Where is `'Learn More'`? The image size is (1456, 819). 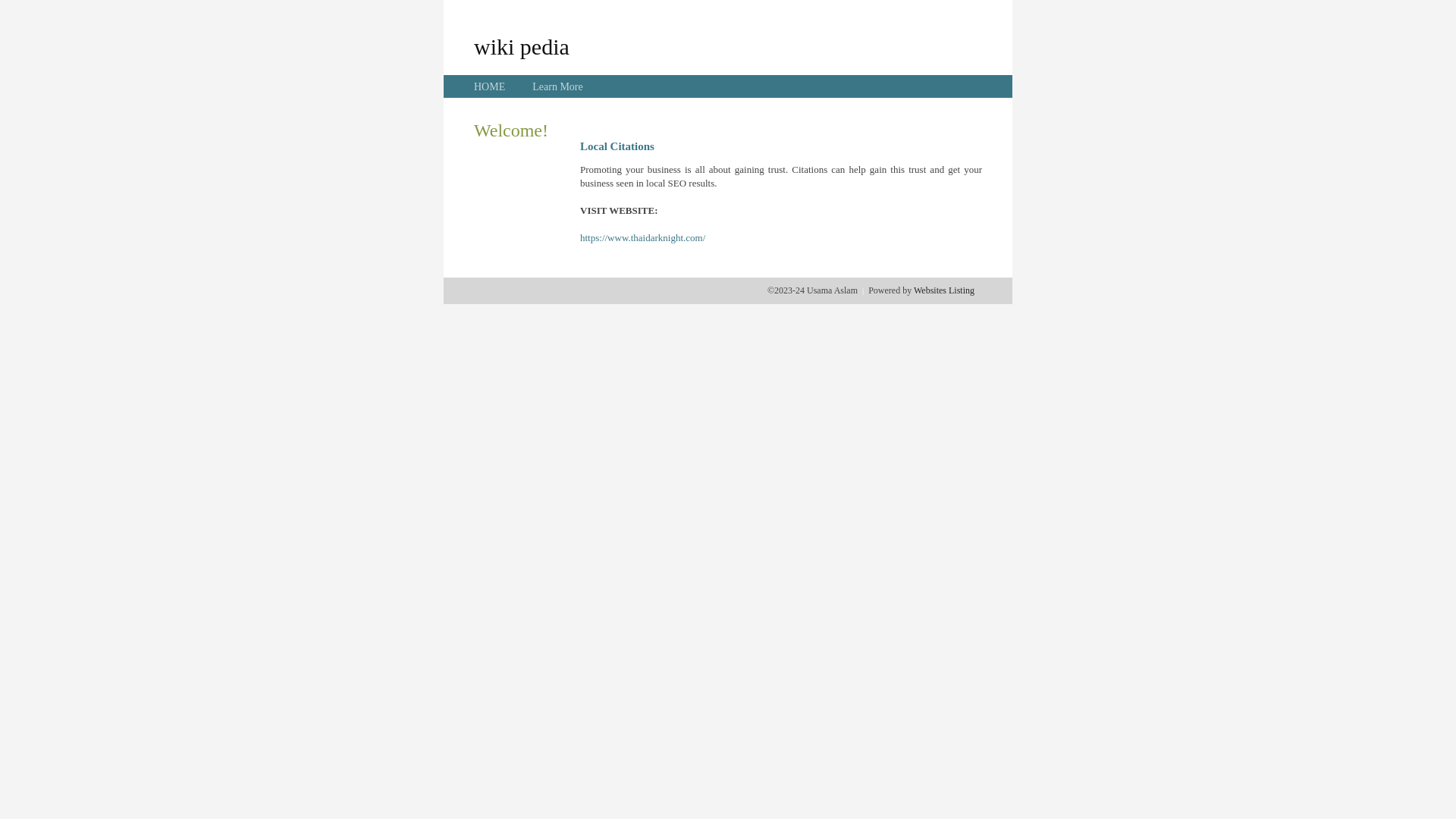 'Learn More' is located at coordinates (532, 86).